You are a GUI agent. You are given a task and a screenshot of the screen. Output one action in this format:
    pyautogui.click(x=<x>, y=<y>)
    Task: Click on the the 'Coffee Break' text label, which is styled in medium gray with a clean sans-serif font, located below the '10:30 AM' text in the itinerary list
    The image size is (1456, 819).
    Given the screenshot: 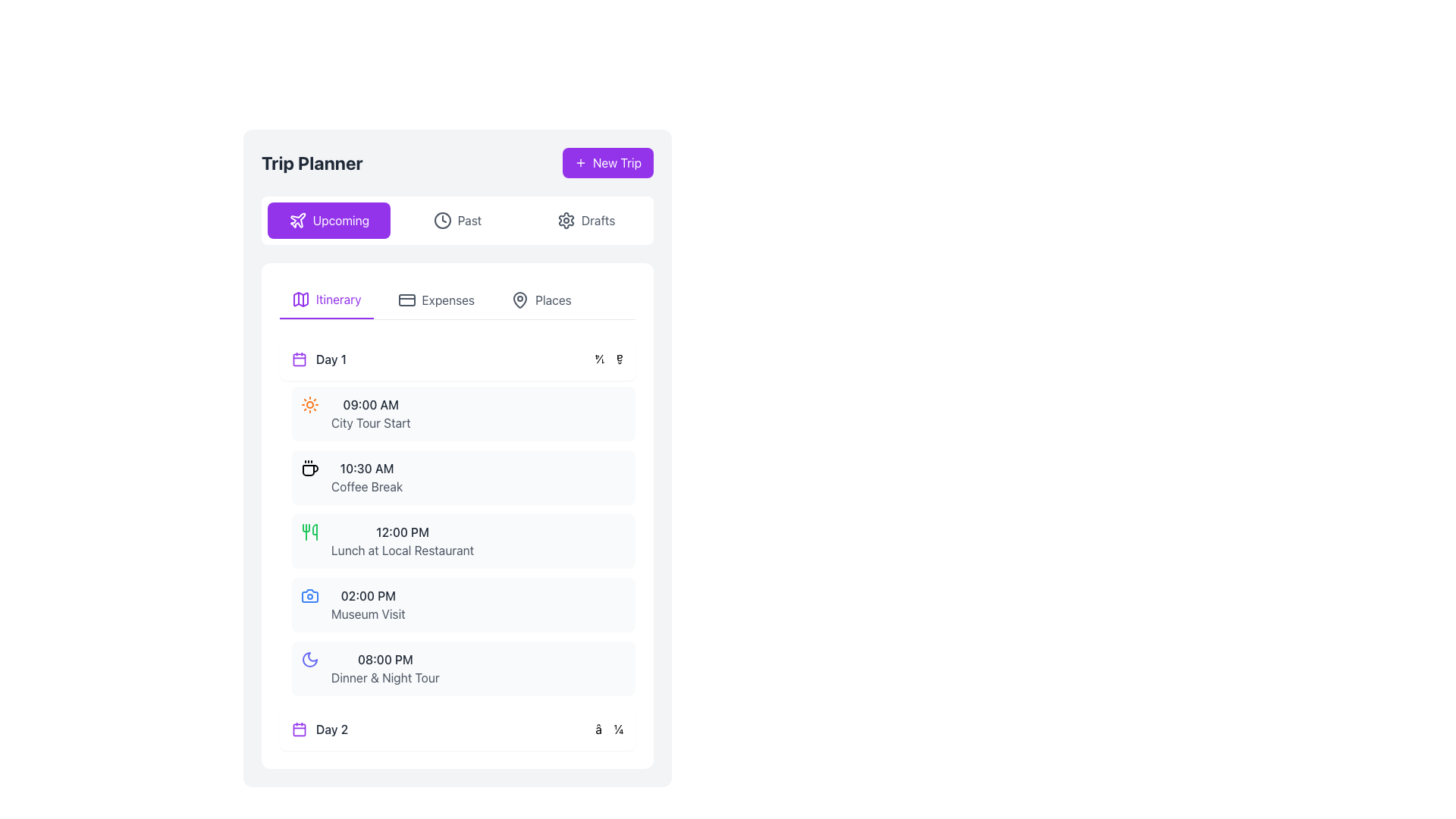 What is the action you would take?
    pyautogui.click(x=367, y=486)
    